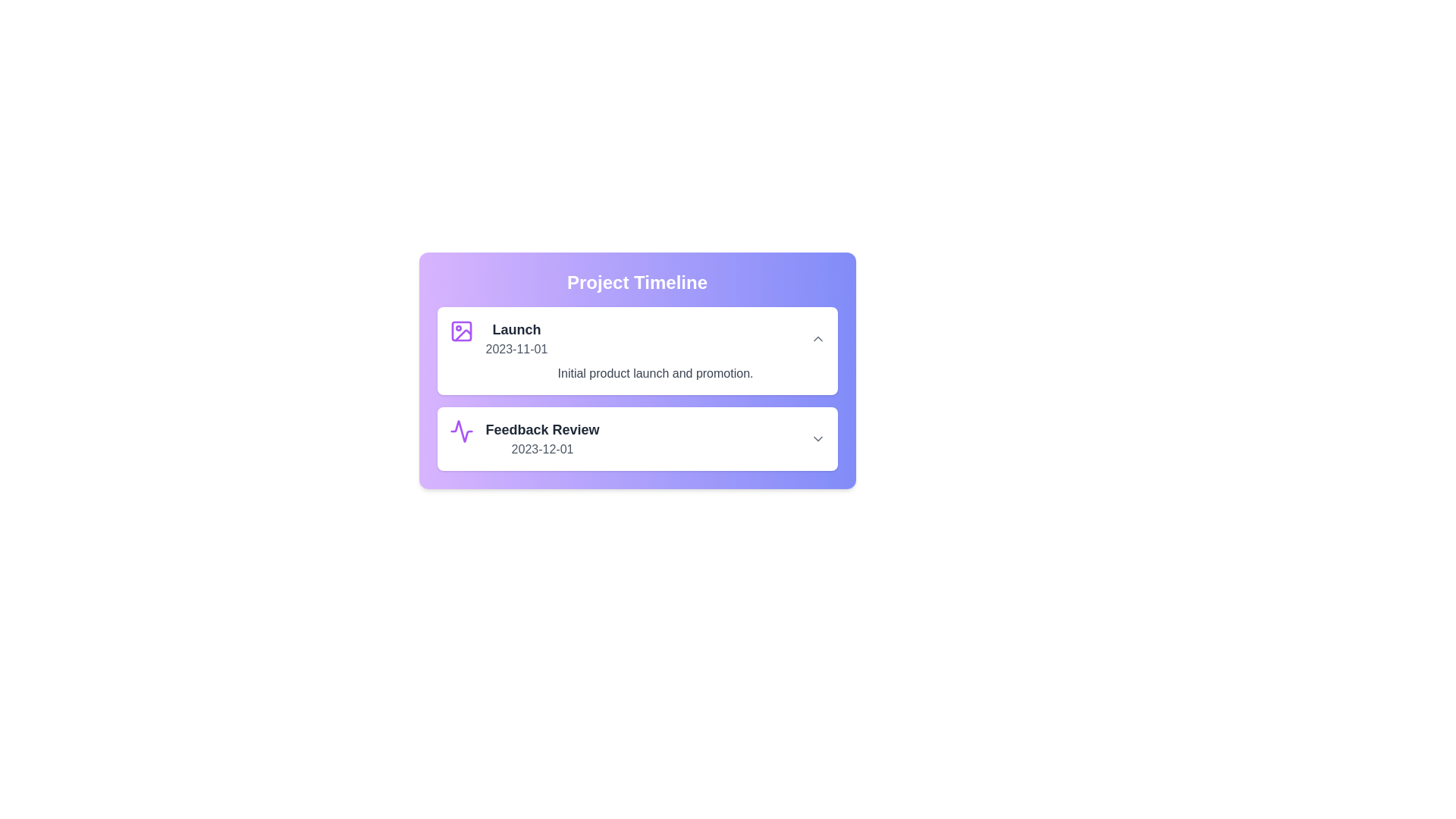 The width and height of the screenshot is (1456, 819). Describe the element at coordinates (460, 330) in the screenshot. I see `the icon located at the top-left of the card styled with rounded corners and shadow` at that location.